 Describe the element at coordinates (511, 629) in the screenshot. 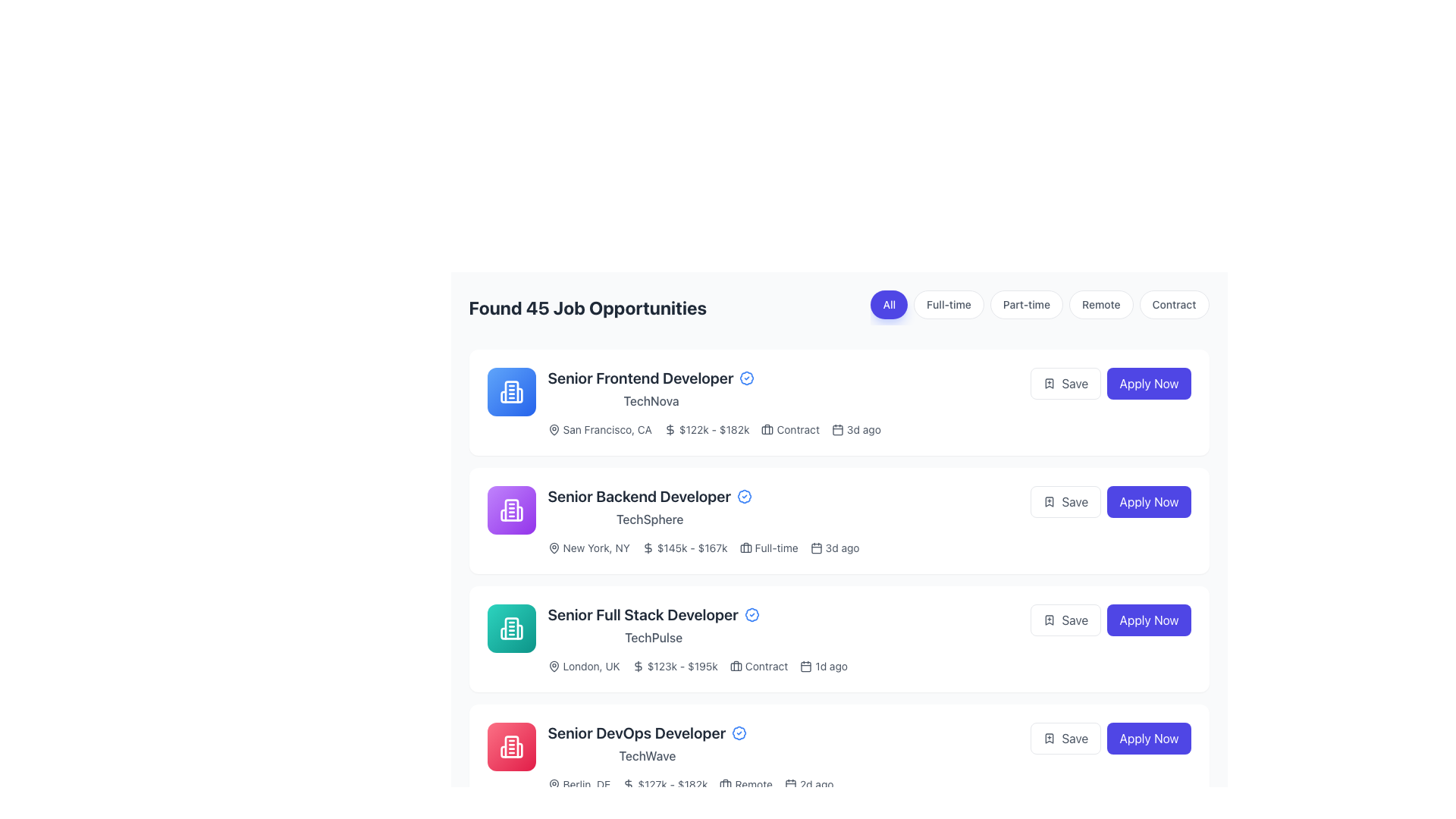

I see `the square-shaped icon with a gradient background and a white building pictogram, located at the top-left corner of the third job posting for 'Senior Full Stack Developer'` at that location.